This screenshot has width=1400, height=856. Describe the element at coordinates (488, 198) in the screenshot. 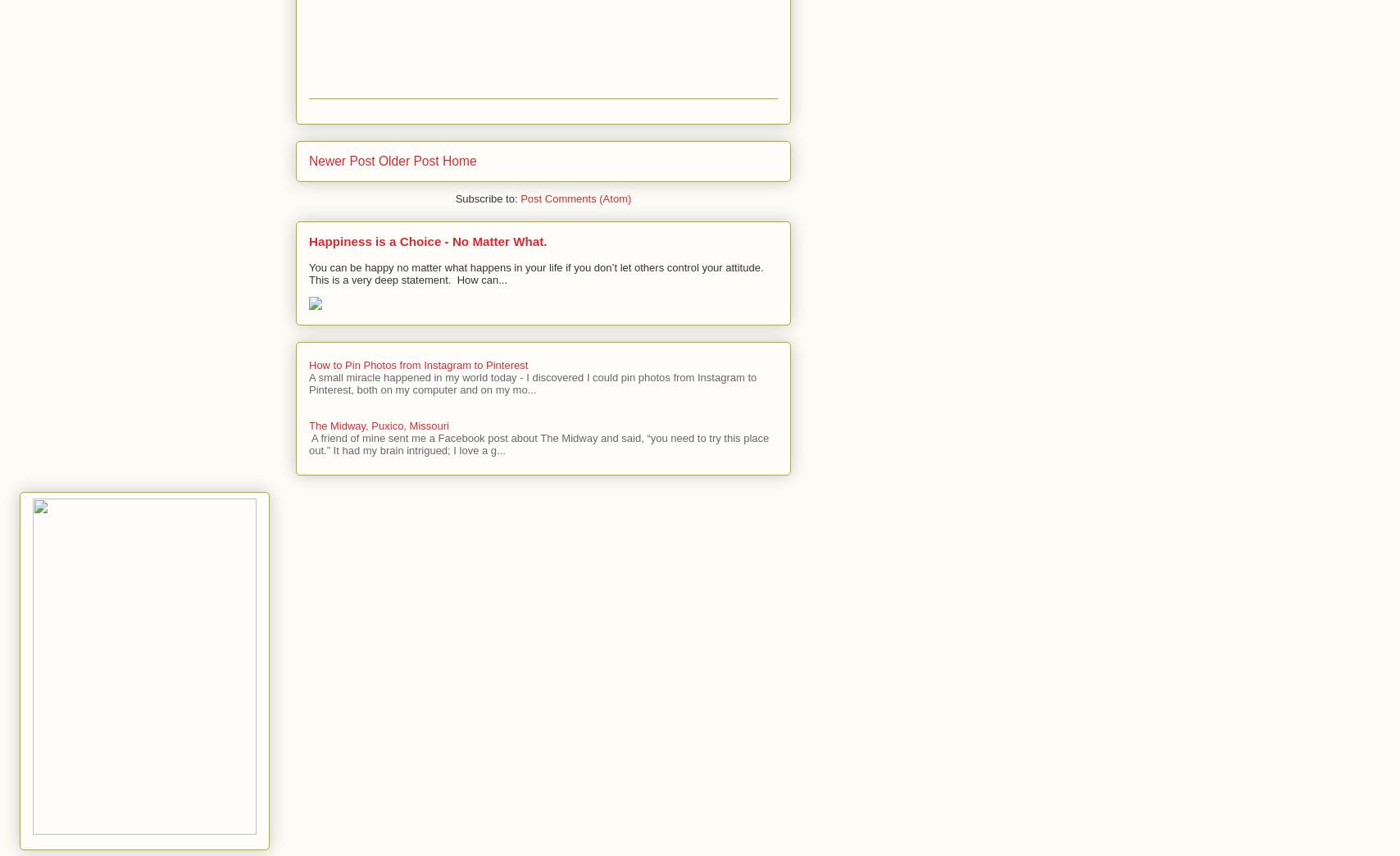

I see `'Subscribe to:'` at that location.